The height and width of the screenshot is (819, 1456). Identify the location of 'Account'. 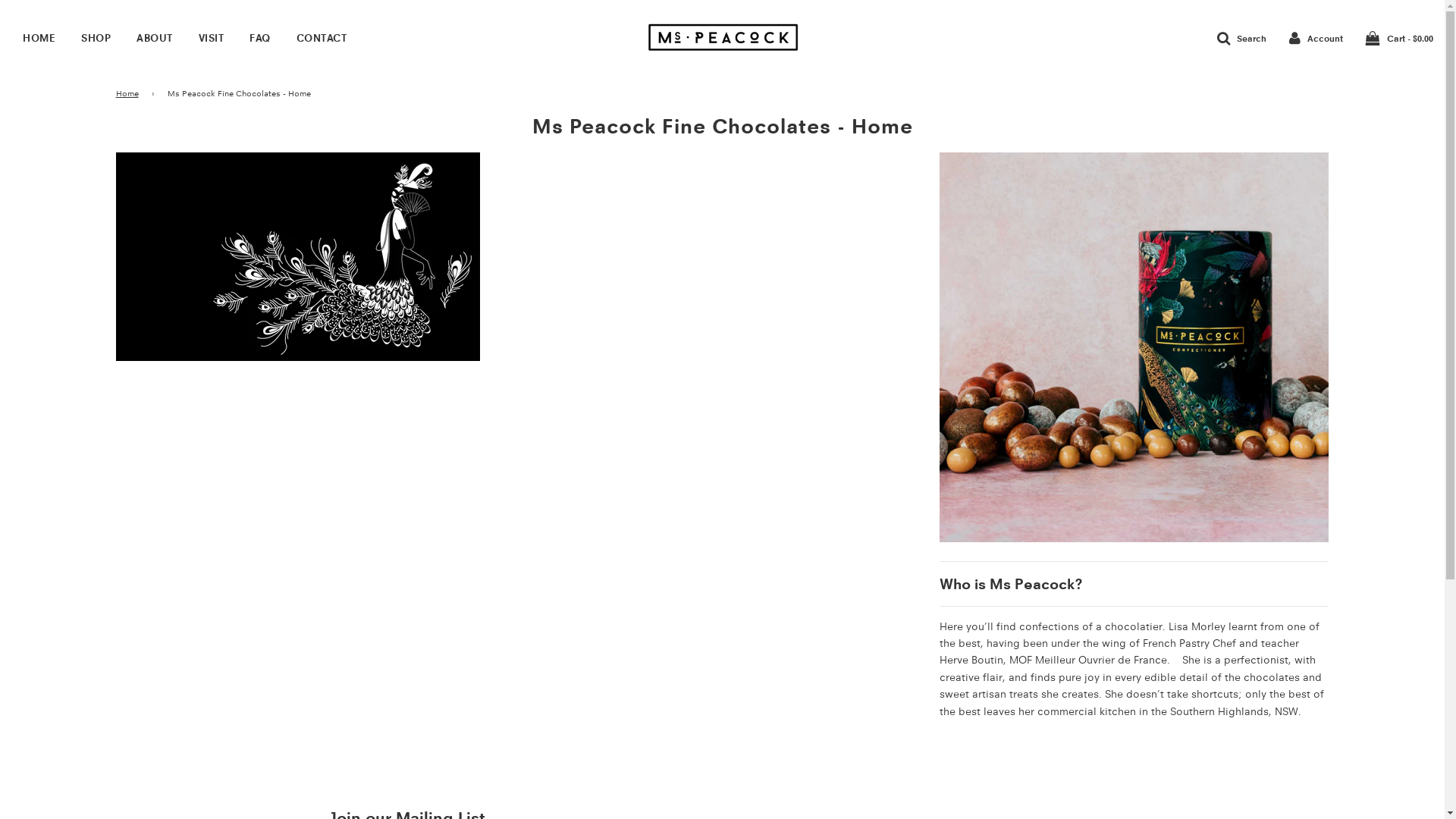
(1315, 36).